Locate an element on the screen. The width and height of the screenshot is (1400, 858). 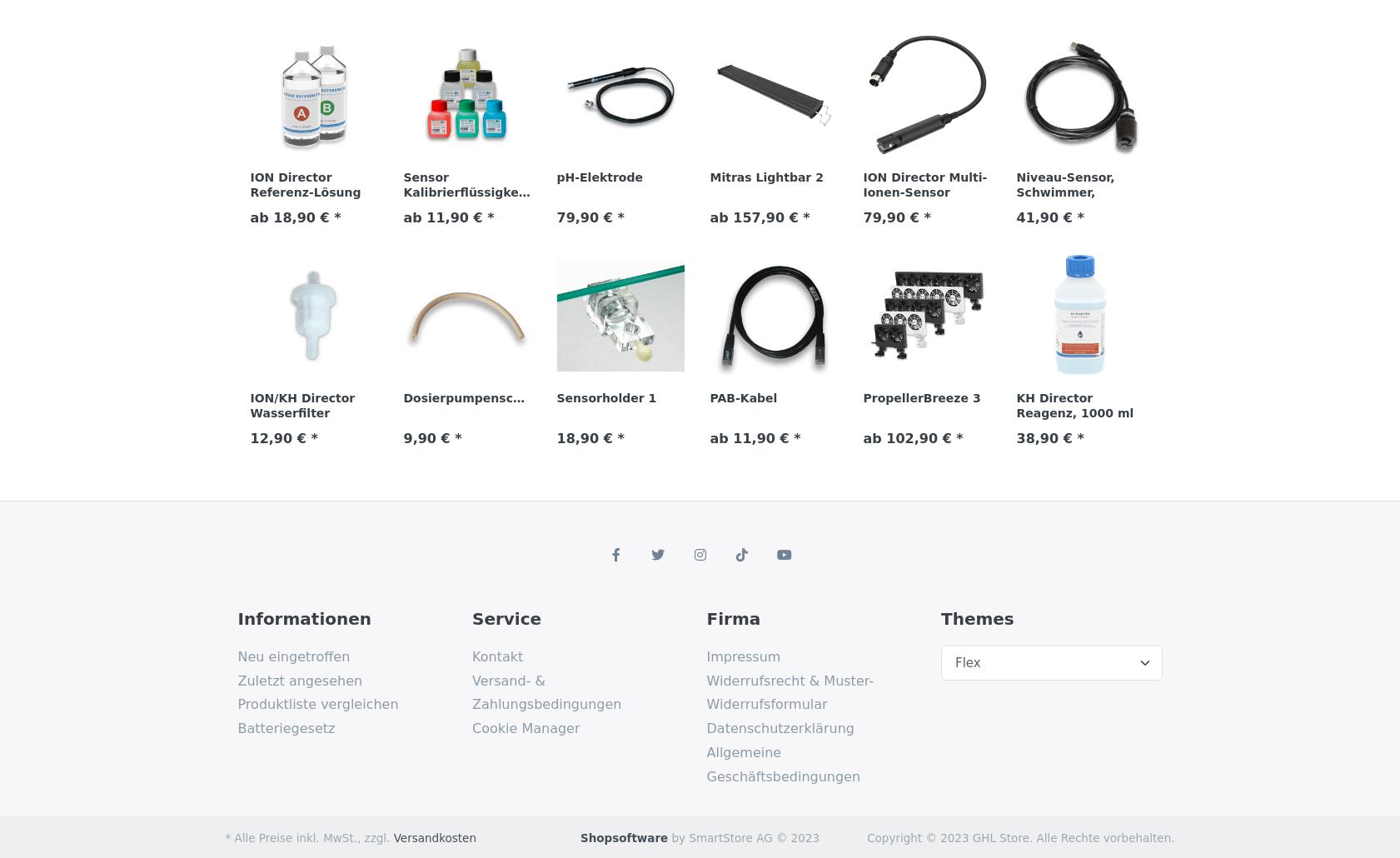
'ION Director Multi-Ionen-Sensor Version 2' is located at coordinates (924, 192).